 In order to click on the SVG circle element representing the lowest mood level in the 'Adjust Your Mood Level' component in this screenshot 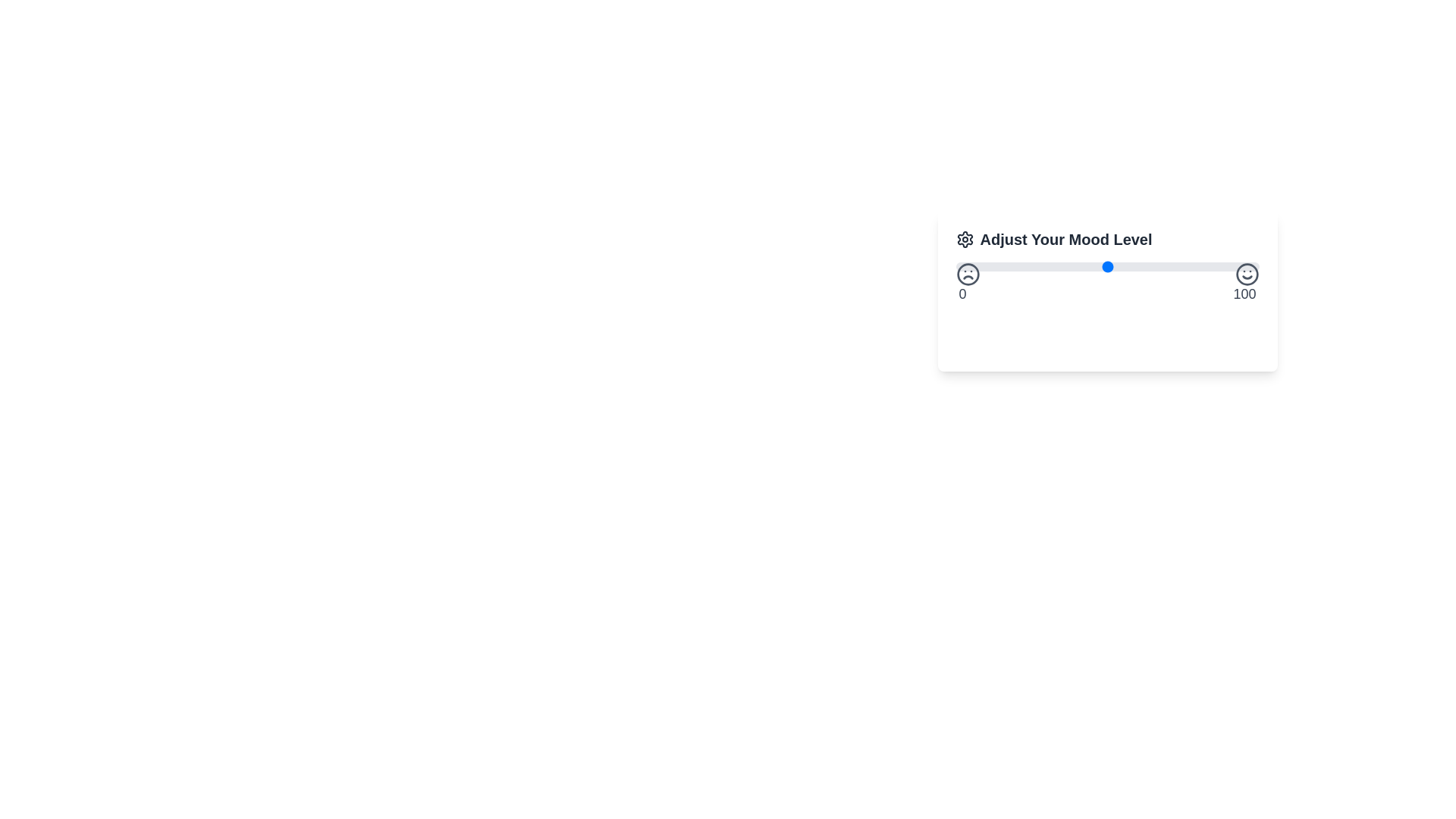, I will do `click(967, 275)`.